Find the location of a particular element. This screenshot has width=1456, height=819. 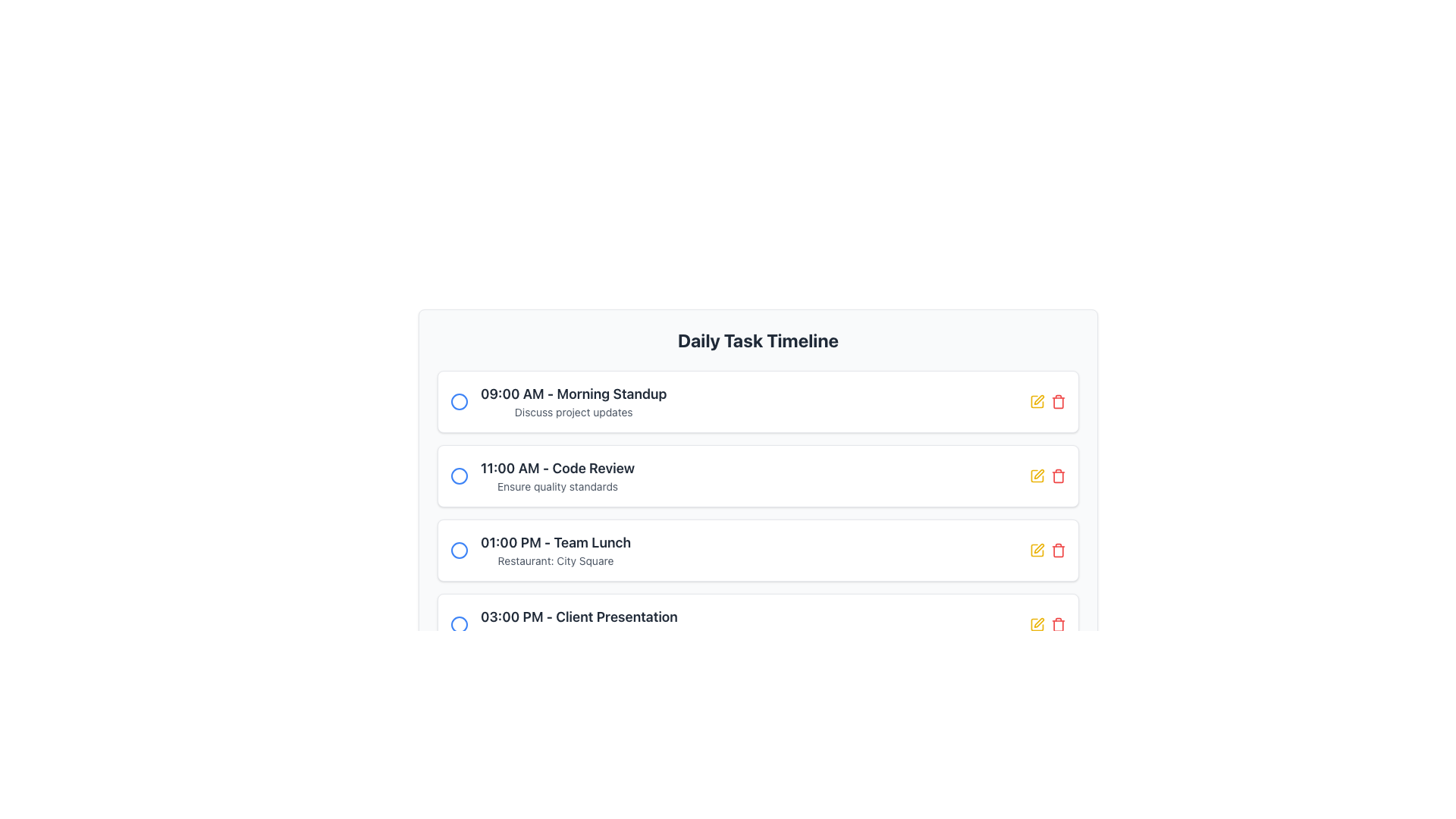

the task entry with the blue circular icon and text '03:00 PM - Client Presentation' is located at coordinates (563, 625).